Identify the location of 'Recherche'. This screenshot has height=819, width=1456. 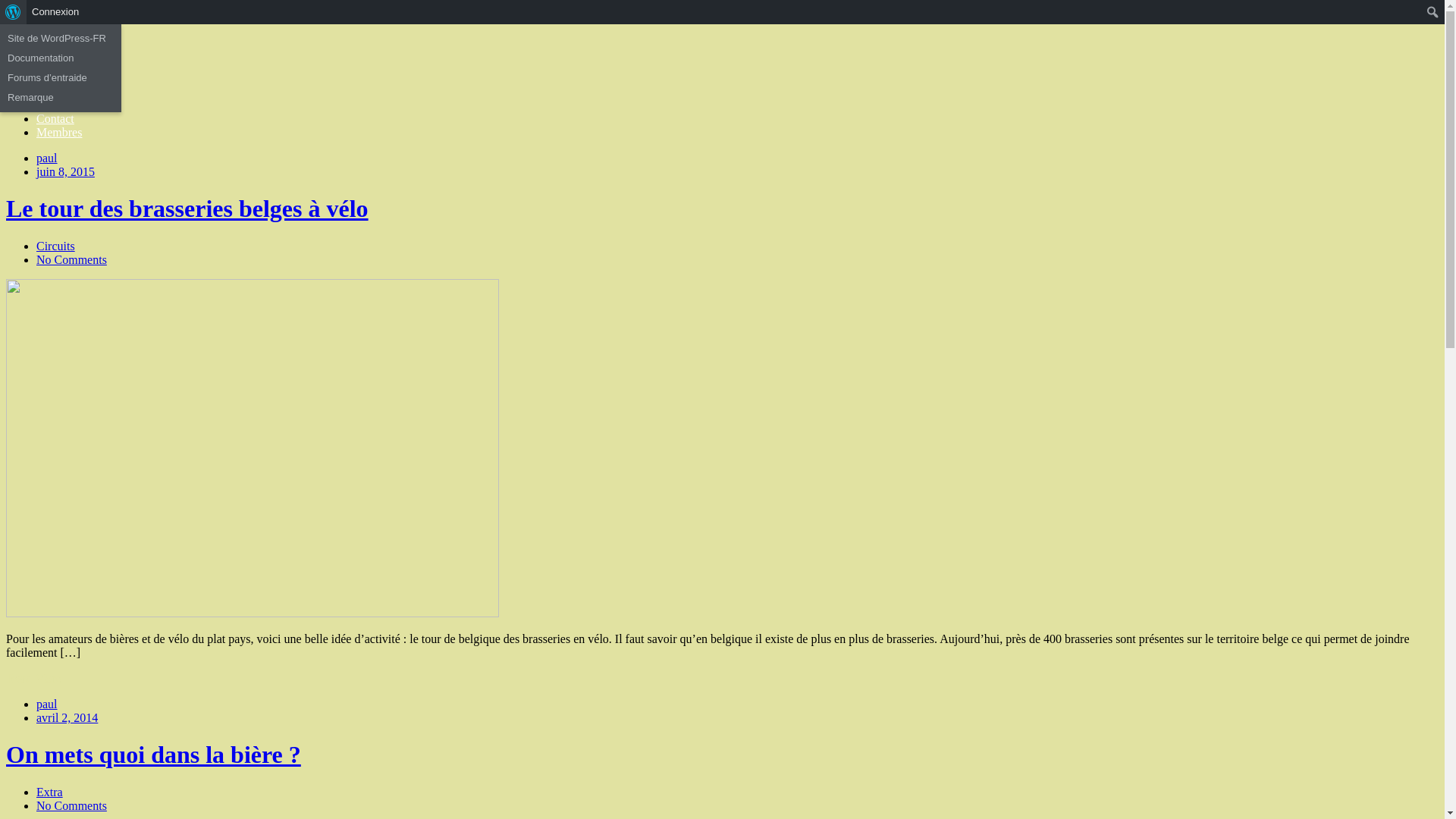
(25, 14).